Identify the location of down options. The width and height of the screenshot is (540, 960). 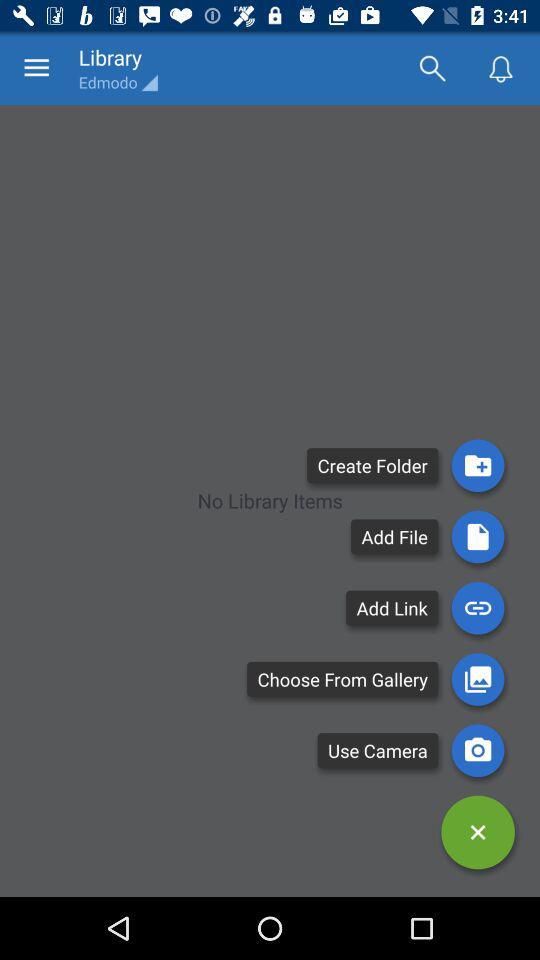
(477, 832).